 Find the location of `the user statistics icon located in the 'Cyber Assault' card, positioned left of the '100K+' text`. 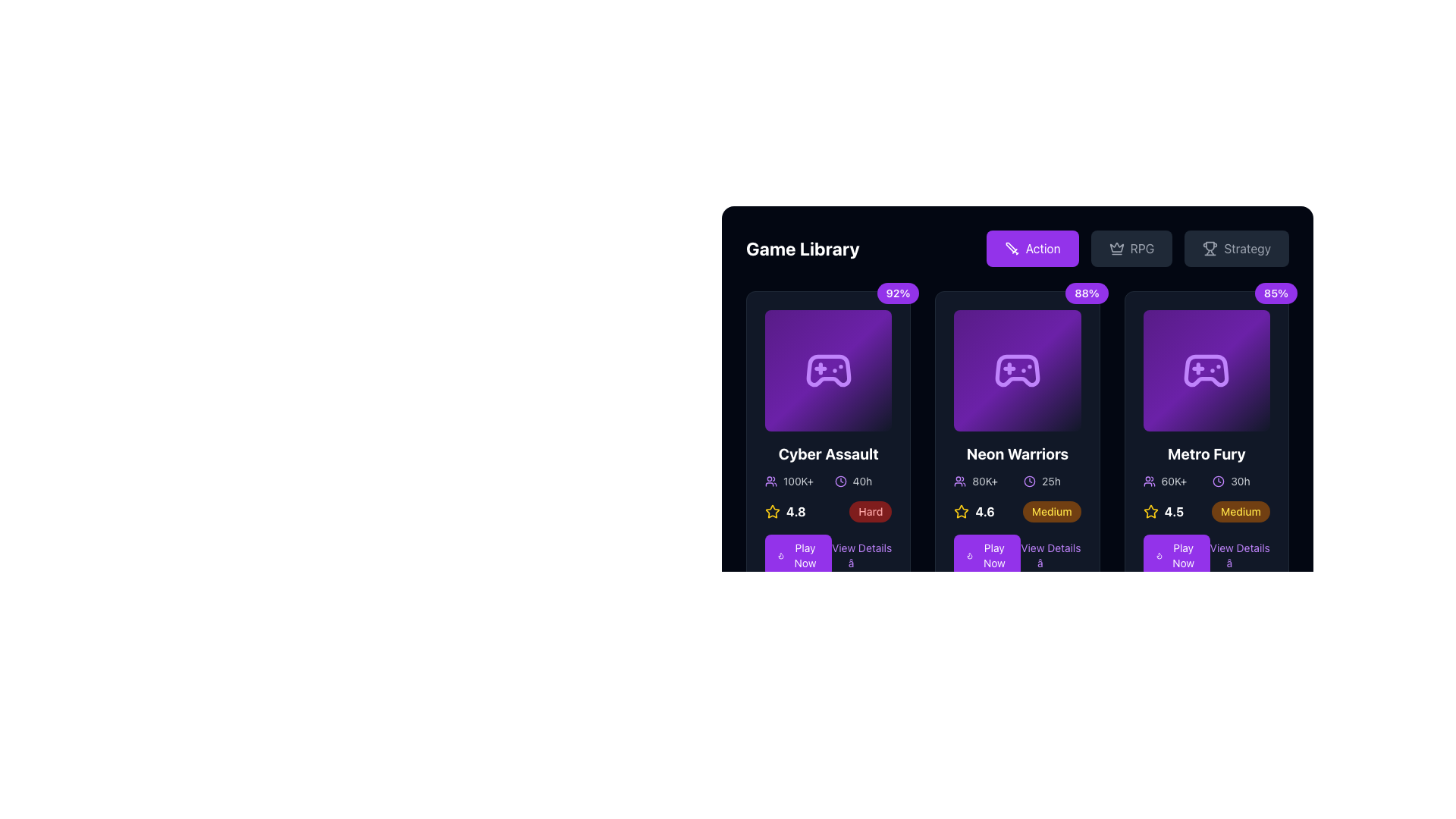

the user statistics icon located in the 'Cyber Assault' card, positioned left of the '100K+' text is located at coordinates (771, 482).